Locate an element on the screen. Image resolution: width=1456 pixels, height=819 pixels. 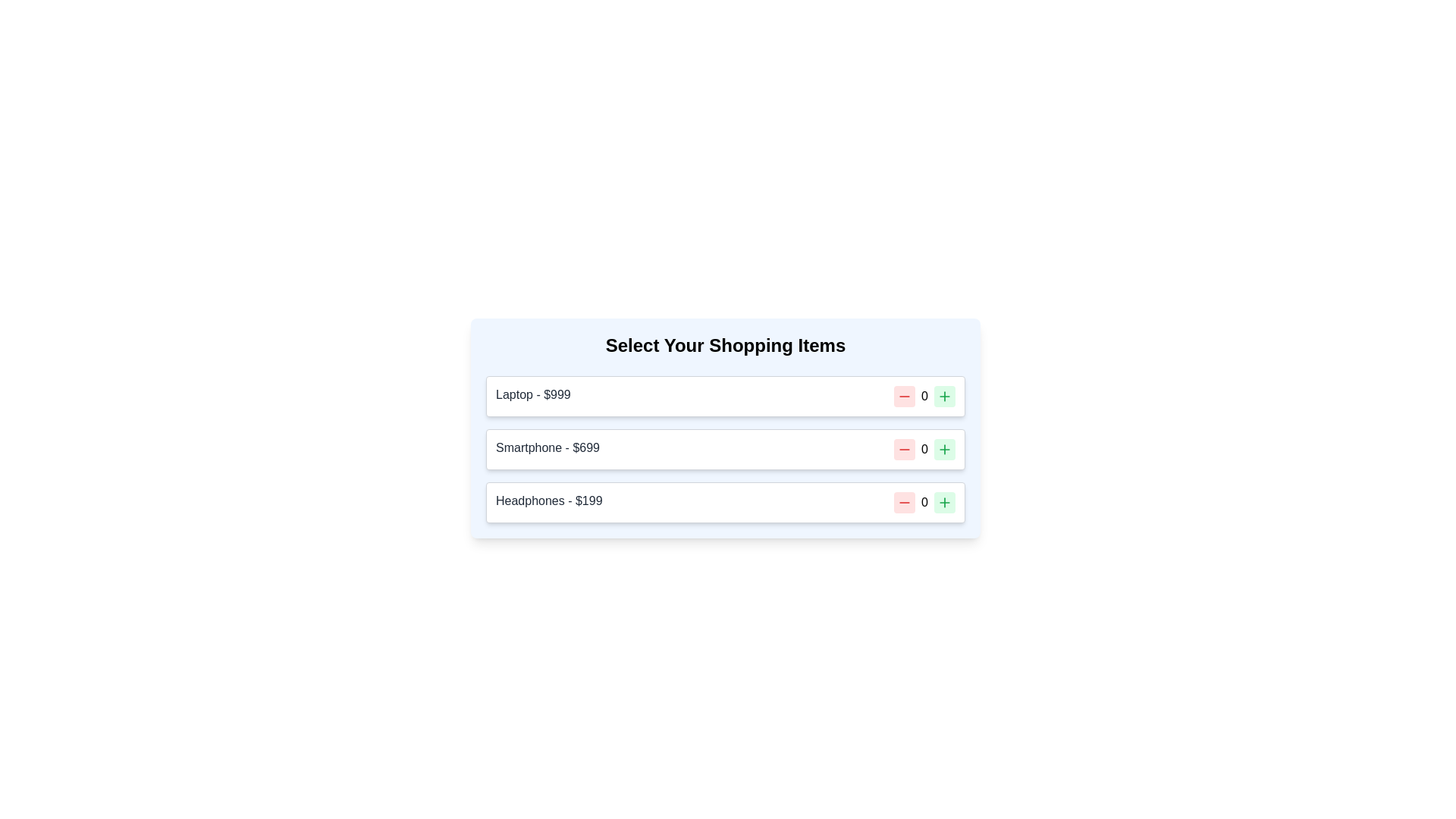
the increase quantity button located at the far right of the shopping list controls is located at coordinates (944, 396).